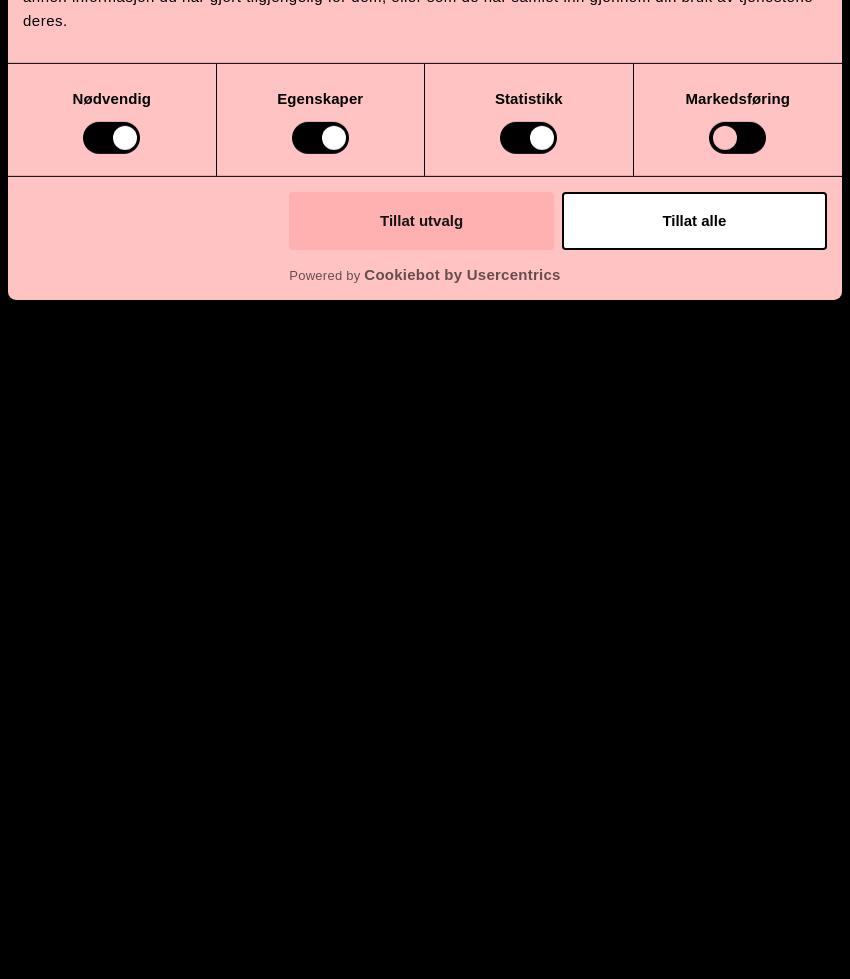  What do you see at coordinates (693, 220) in the screenshot?
I see `'Tillat alle'` at bounding box center [693, 220].